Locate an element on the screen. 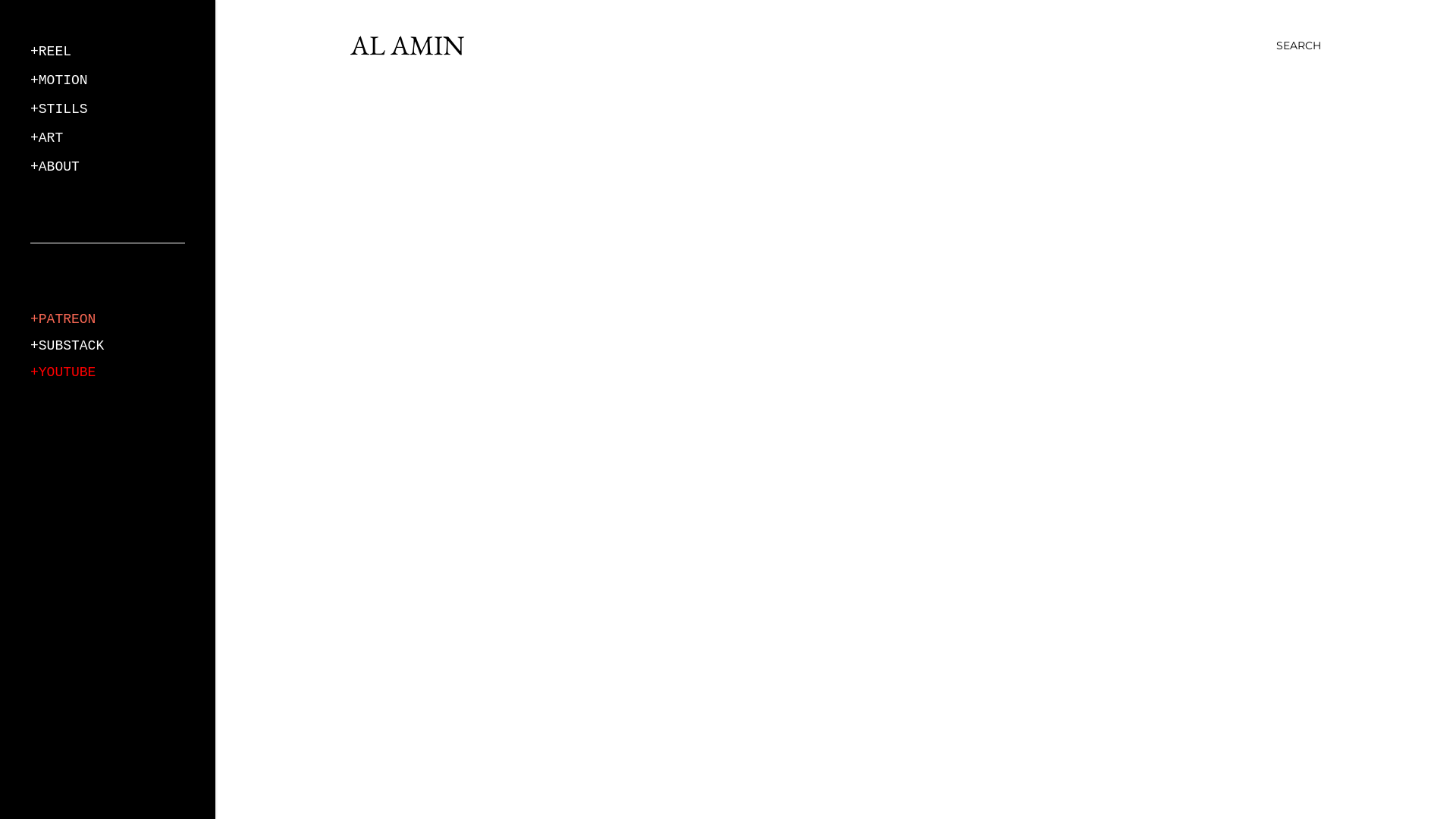  '+MOTION' is located at coordinates (58, 80).